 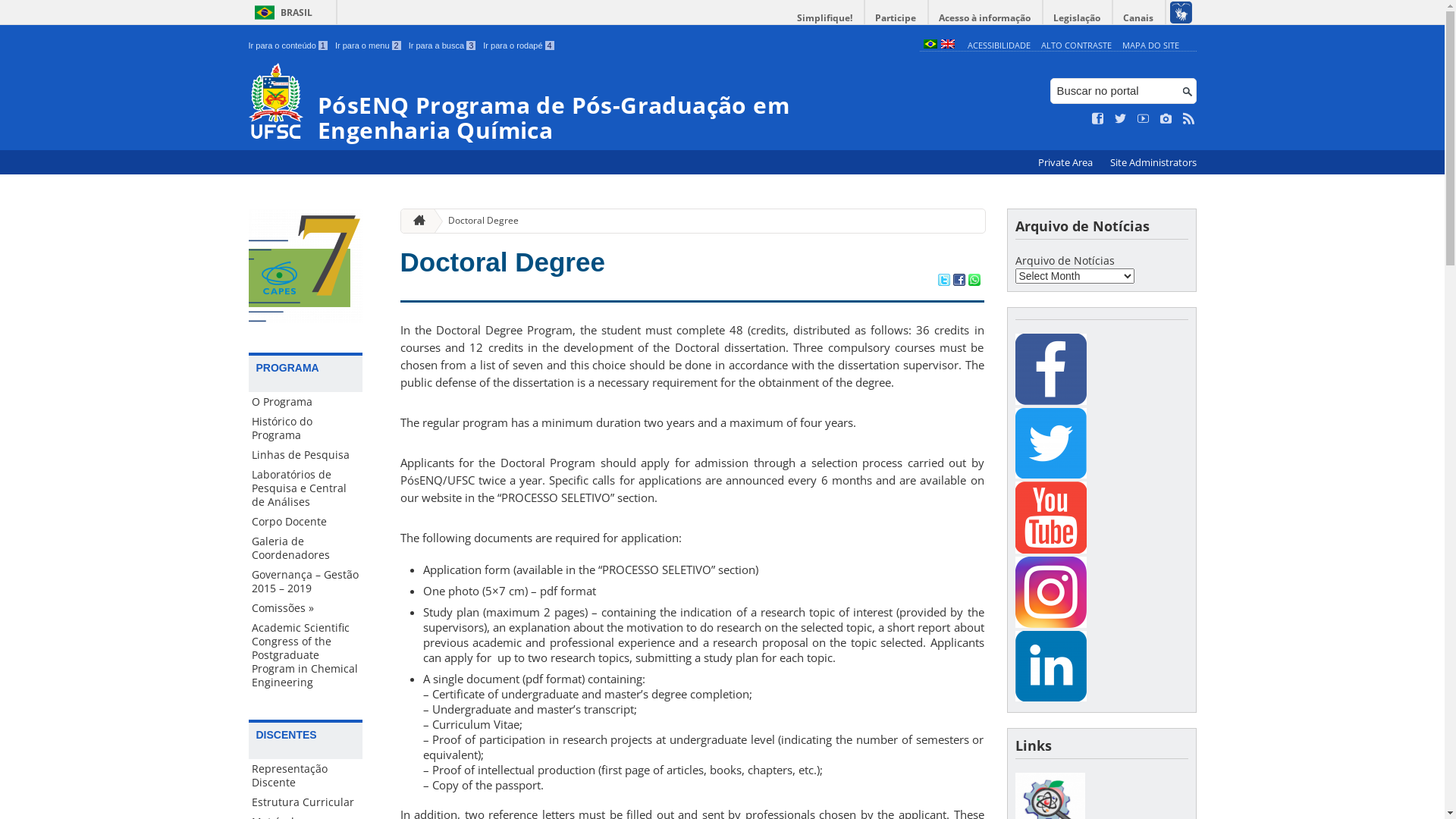 What do you see at coordinates (305, 801) in the screenshot?
I see `'Estrutura Curricular'` at bounding box center [305, 801].